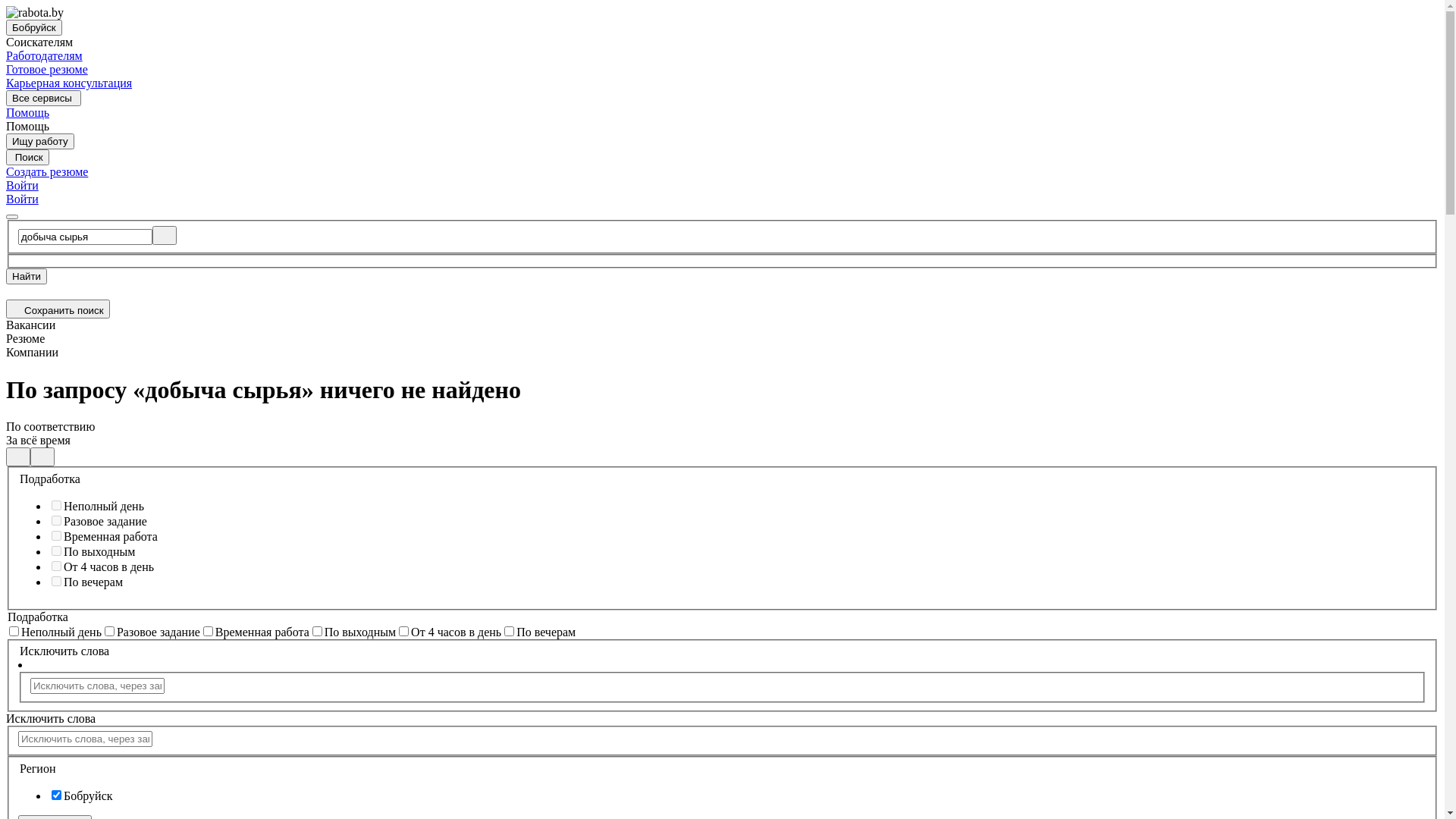  What do you see at coordinates (164, 235) in the screenshot?
I see `'Clear'` at bounding box center [164, 235].